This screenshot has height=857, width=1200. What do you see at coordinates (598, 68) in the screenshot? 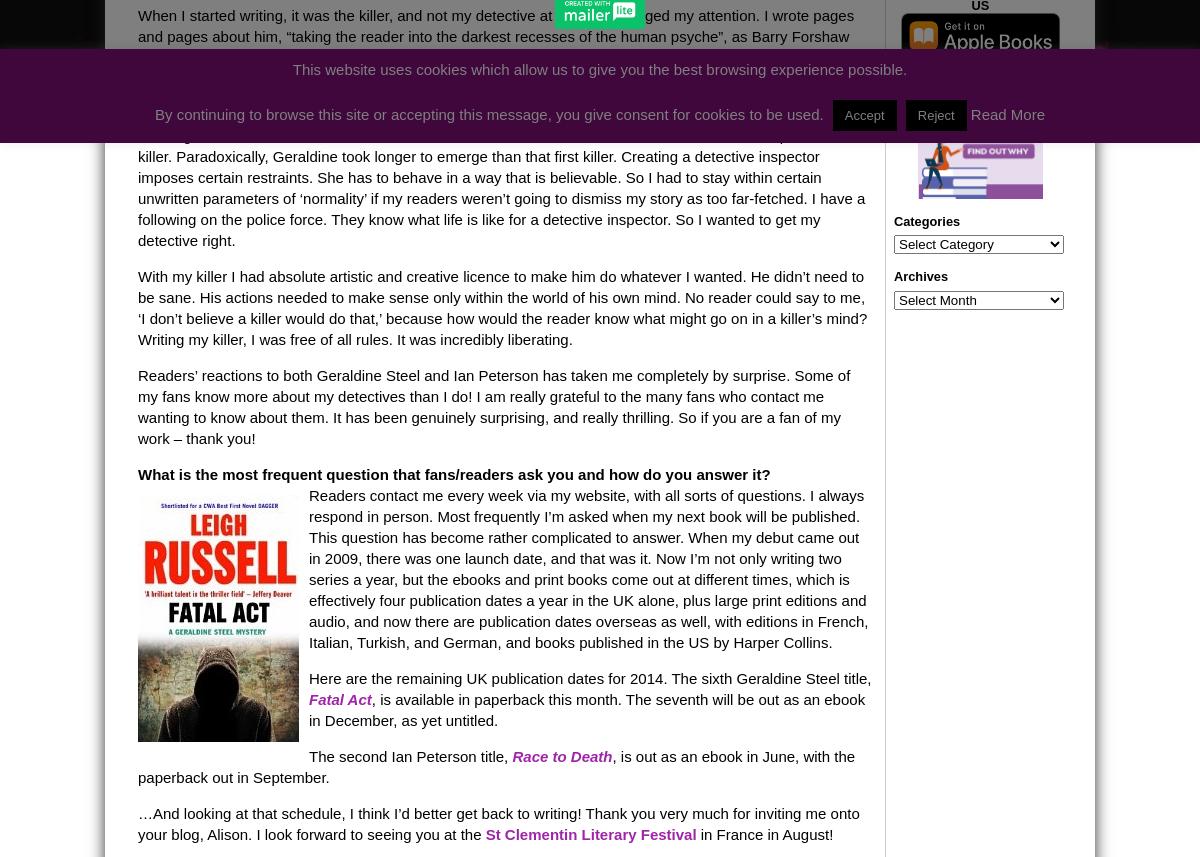
I see `'This website uses cookies which allow us to give you the best browsing experience possible.'` at bounding box center [598, 68].